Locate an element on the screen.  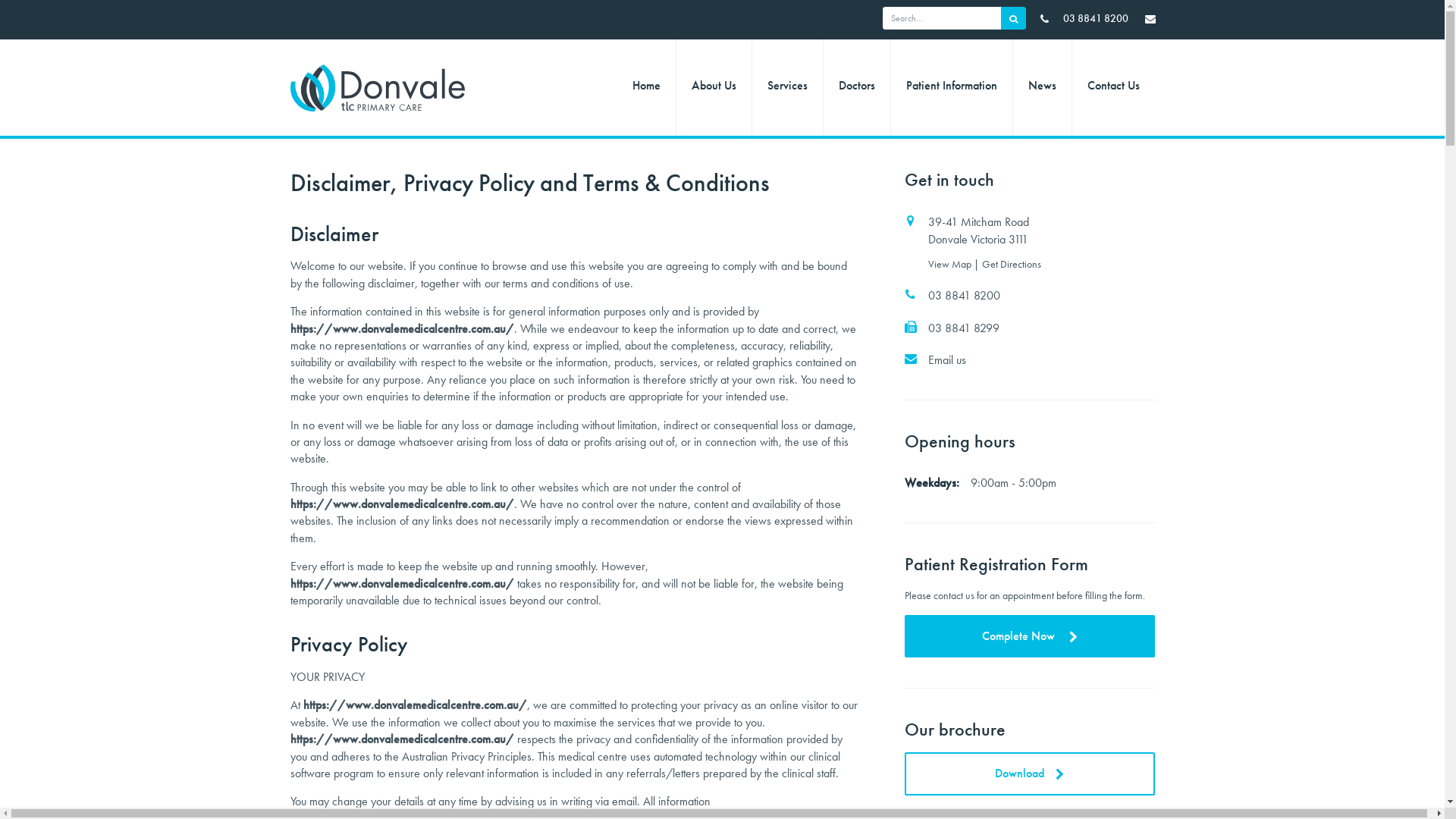
' 03 8841 8200' is located at coordinates (1084, 17).